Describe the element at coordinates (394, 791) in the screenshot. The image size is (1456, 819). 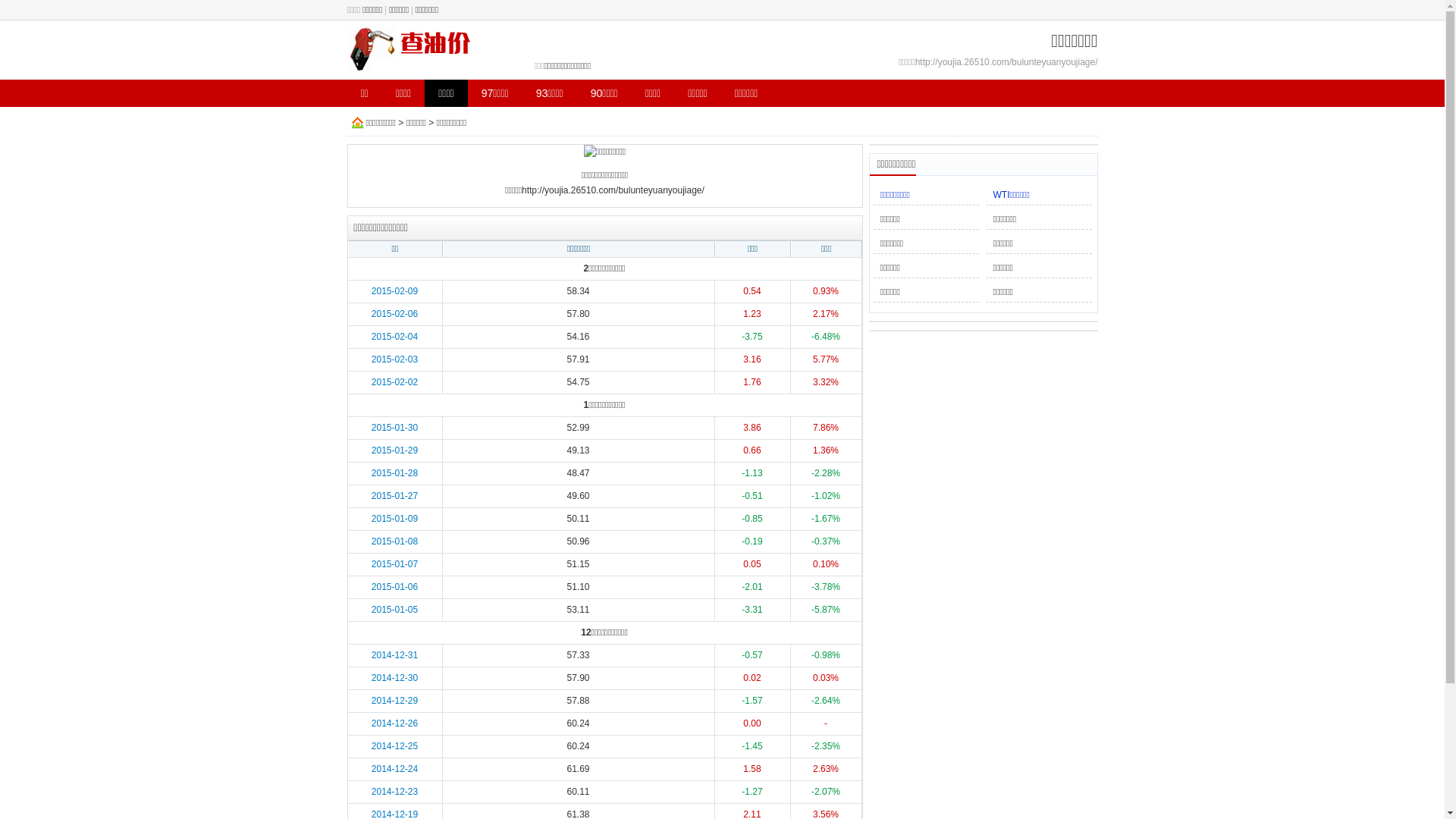
I see `'2014-12-23'` at that location.